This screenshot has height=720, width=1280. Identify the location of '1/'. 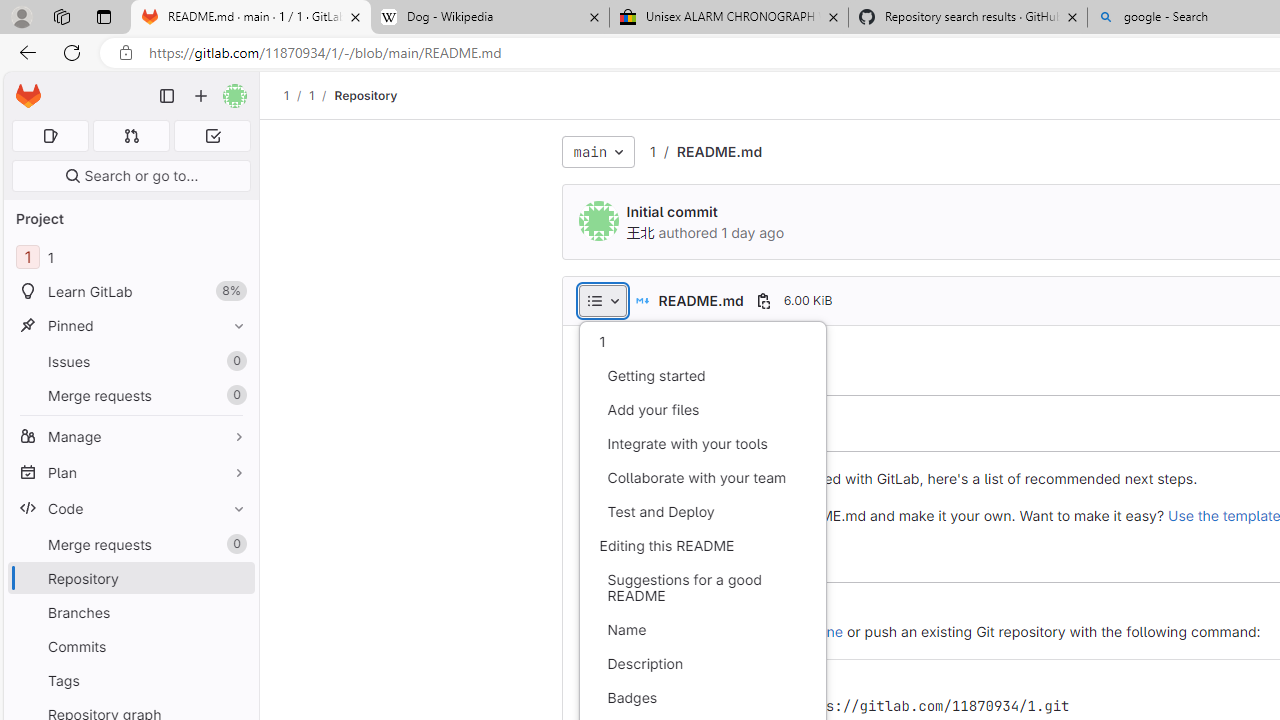
(321, 95).